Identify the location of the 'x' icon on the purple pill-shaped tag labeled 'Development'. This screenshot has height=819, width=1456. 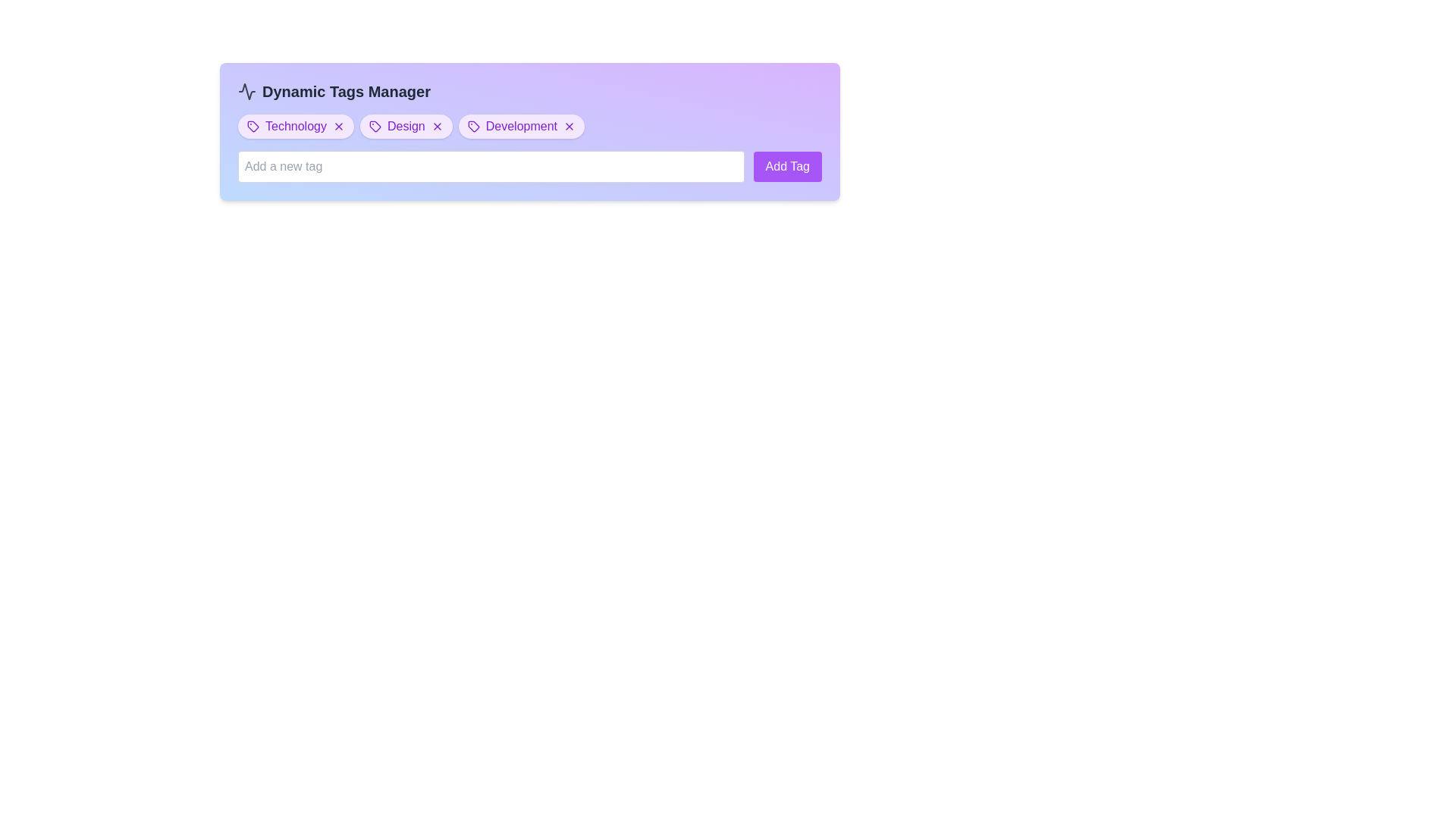
(521, 125).